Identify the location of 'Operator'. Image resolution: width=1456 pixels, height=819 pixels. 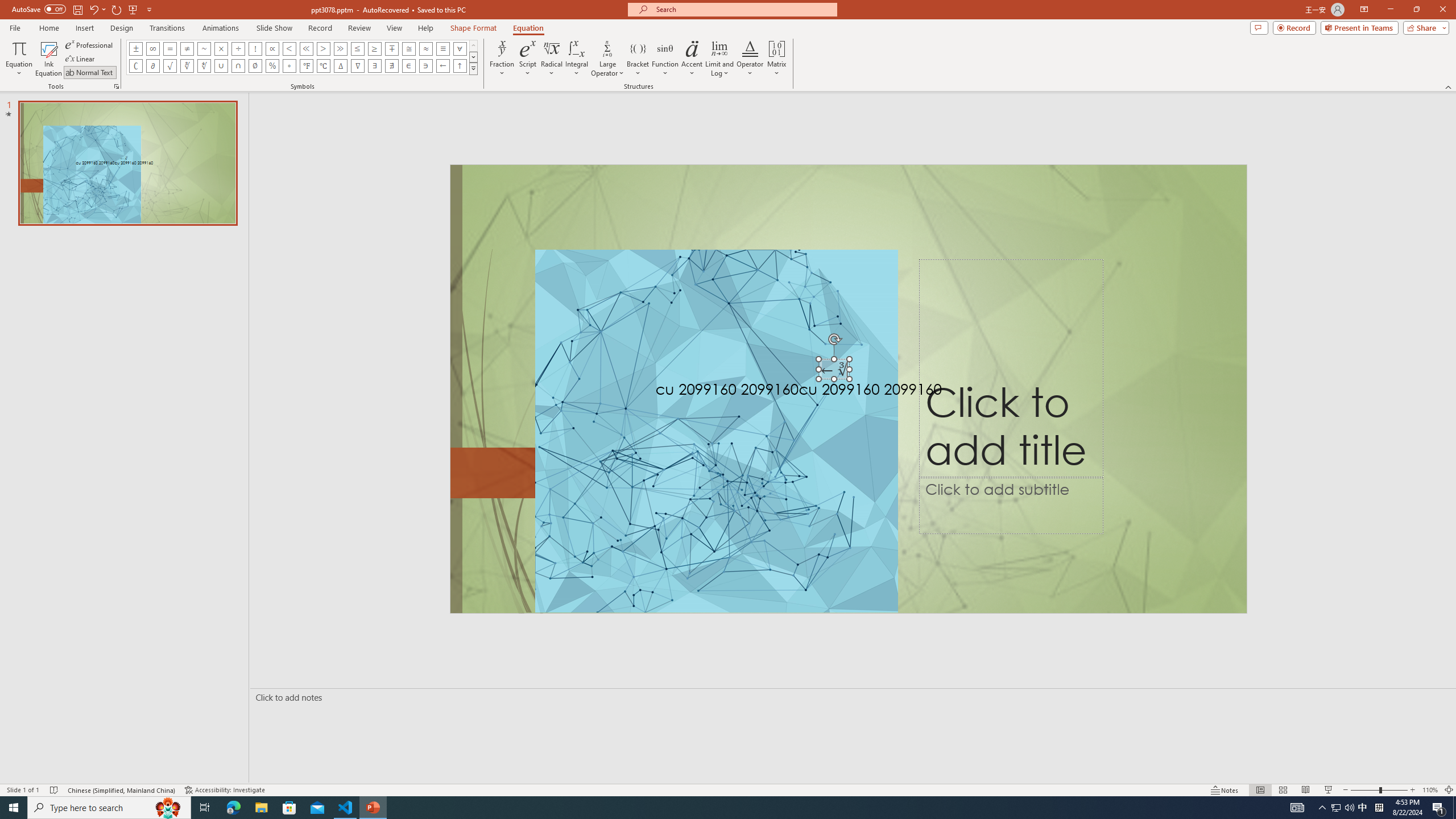
(749, 59).